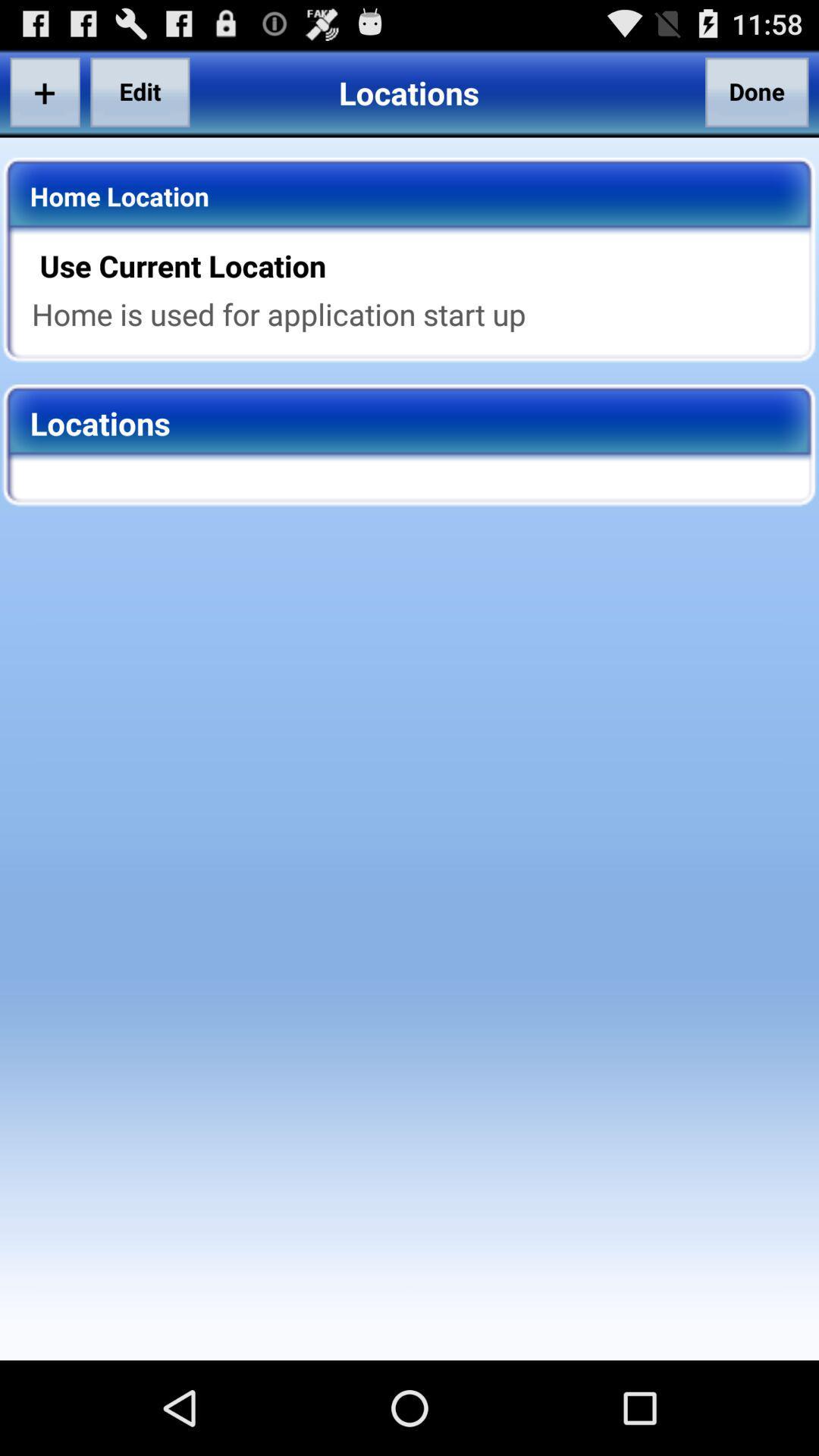 Image resolution: width=819 pixels, height=1456 pixels. What do you see at coordinates (757, 91) in the screenshot?
I see `the app next to locations` at bounding box center [757, 91].